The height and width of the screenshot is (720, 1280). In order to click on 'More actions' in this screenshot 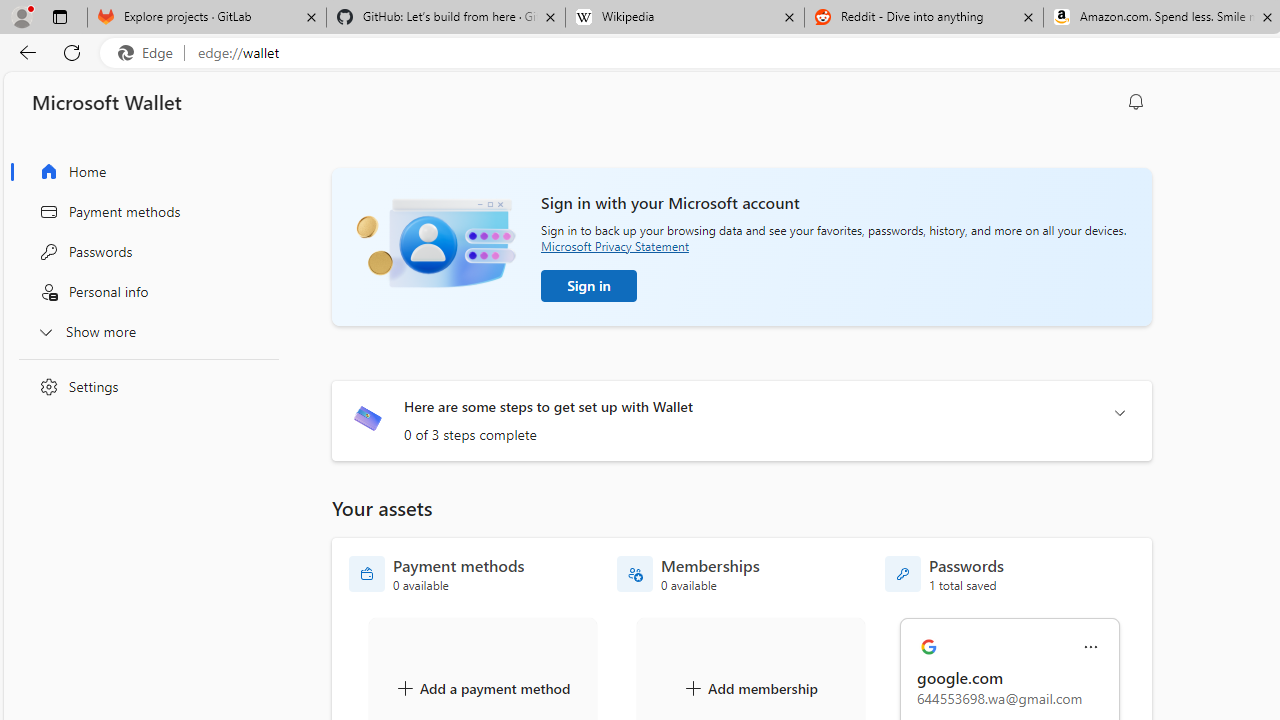, I will do `click(1090, 647)`.